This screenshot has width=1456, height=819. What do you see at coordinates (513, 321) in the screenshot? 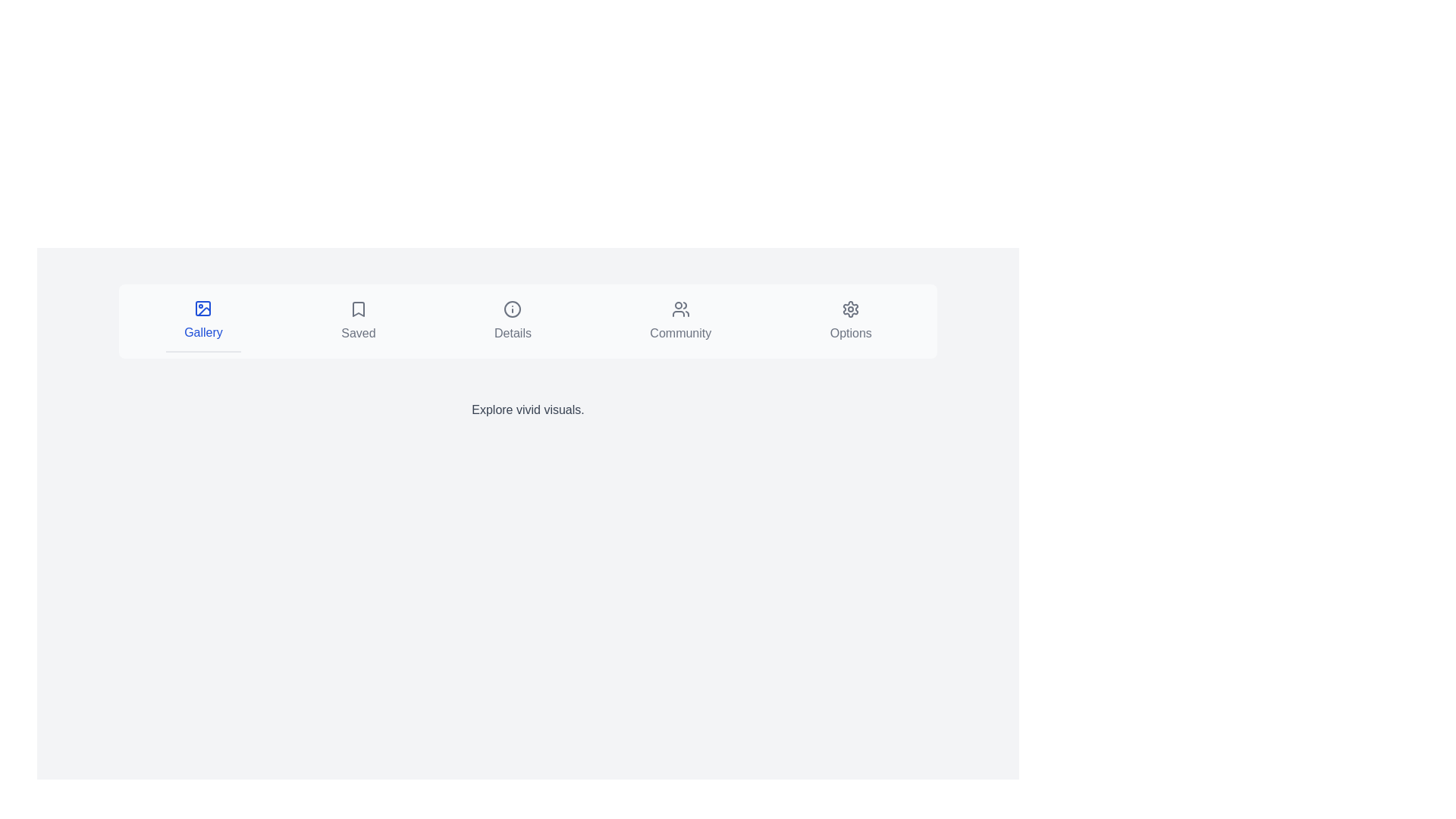
I see `the tab labeled 'Details' to navigate to its content` at bounding box center [513, 321].